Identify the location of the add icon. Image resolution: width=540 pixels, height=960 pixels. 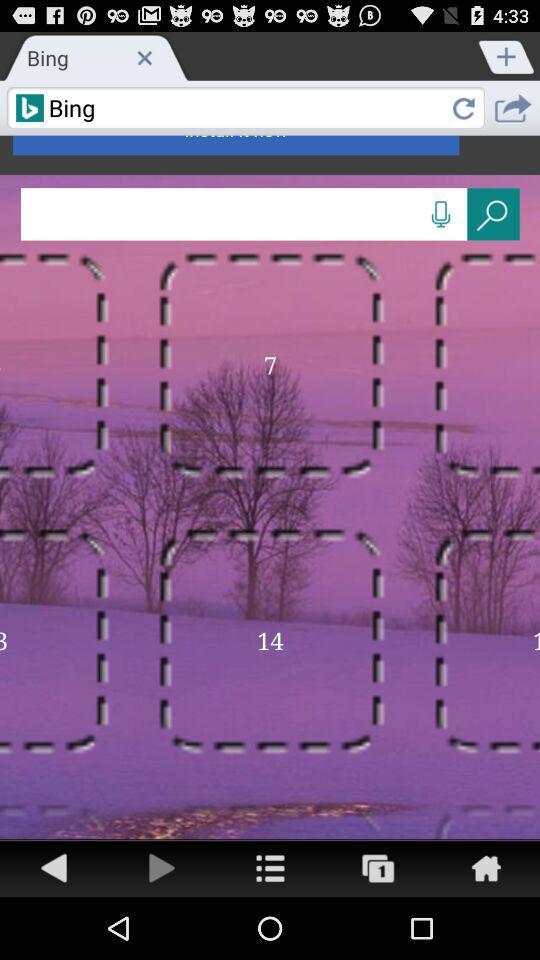
(507, 58).